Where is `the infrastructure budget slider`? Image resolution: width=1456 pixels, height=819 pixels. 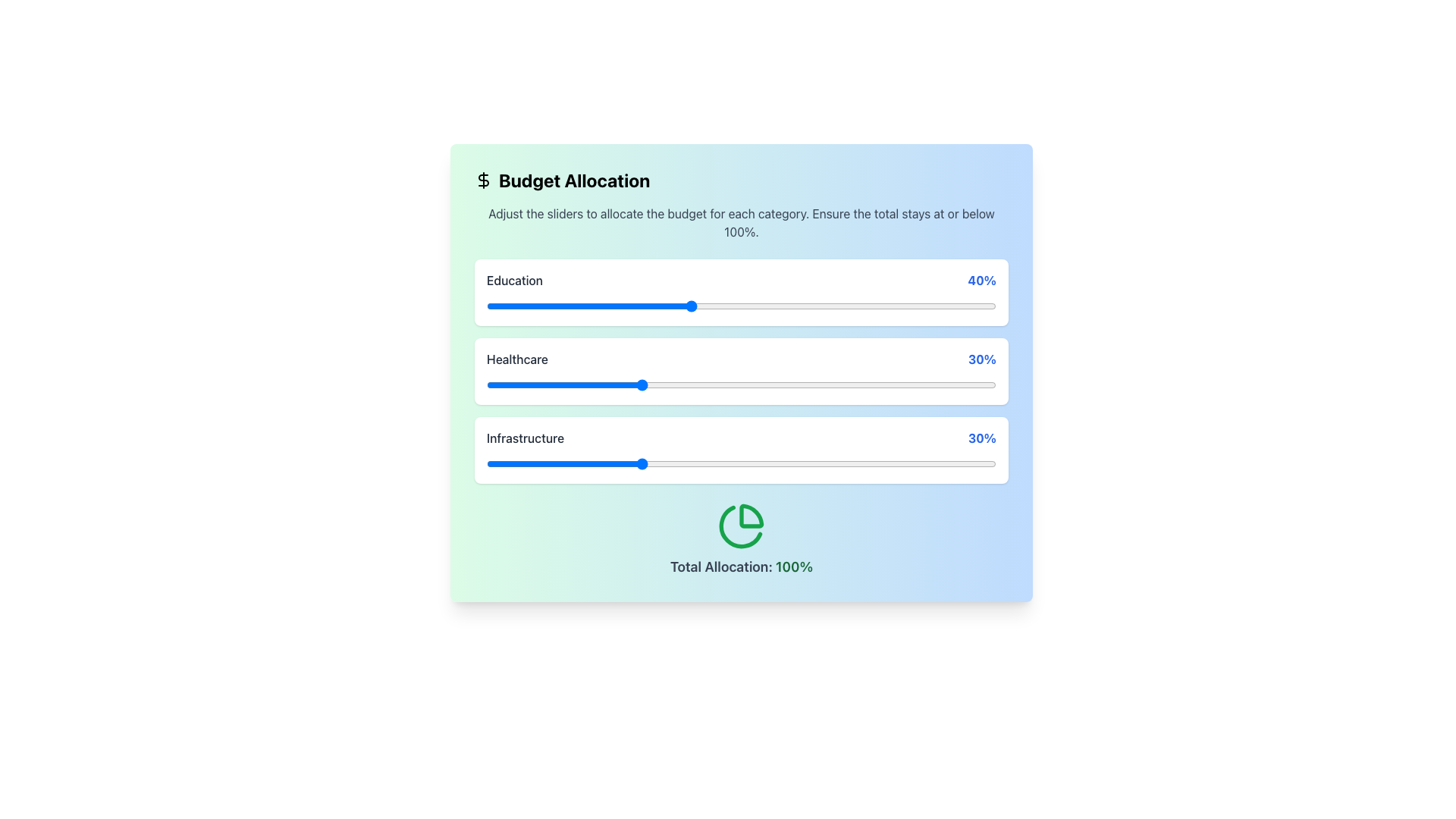 the infrastructure budget slider is located at coordinates (542, 463).